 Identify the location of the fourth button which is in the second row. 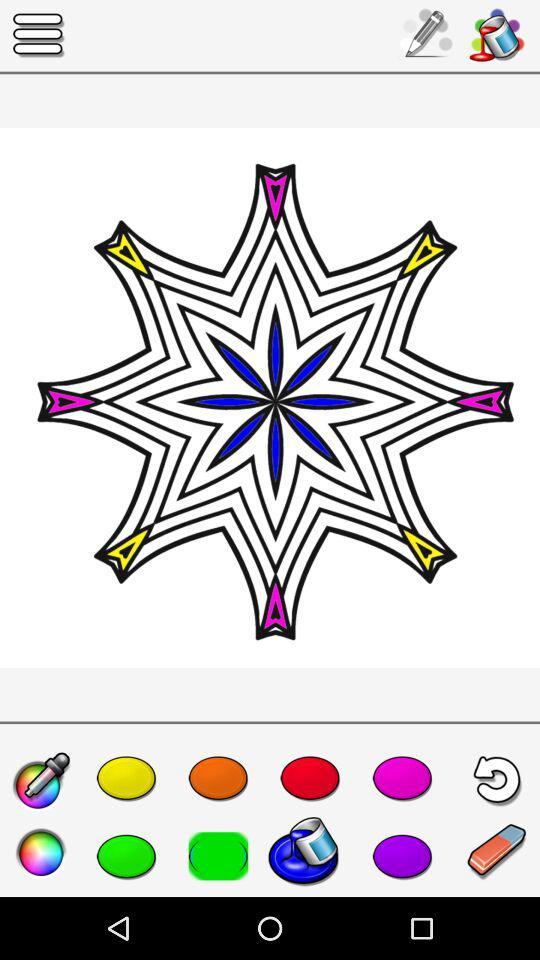
(310, 855).